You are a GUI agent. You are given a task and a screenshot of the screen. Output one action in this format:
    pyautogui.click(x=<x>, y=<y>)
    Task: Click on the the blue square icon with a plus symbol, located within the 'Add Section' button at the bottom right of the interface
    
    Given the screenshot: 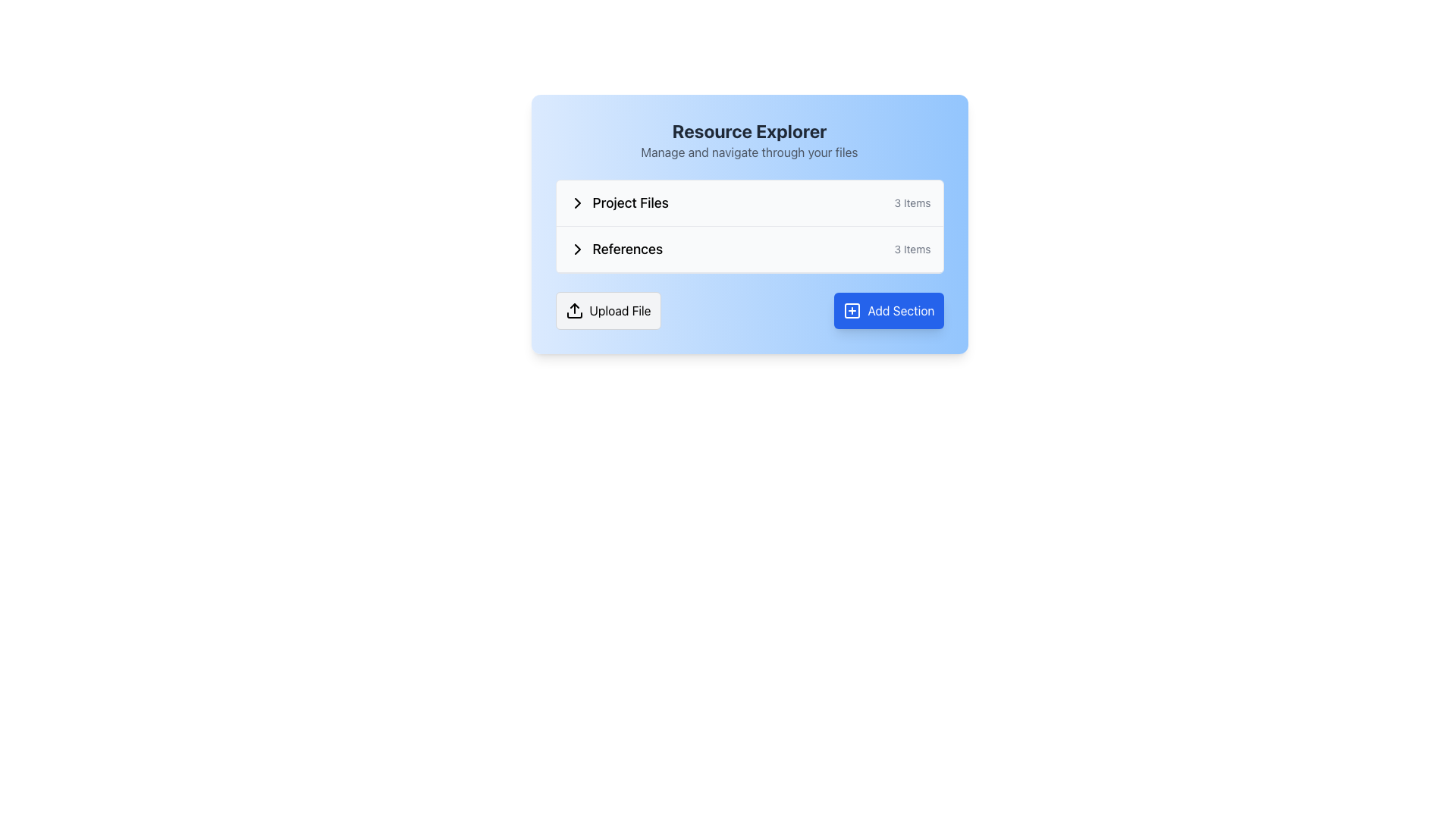 What is the action you would take?
    pyautogui.click(x=852, y=309)
    